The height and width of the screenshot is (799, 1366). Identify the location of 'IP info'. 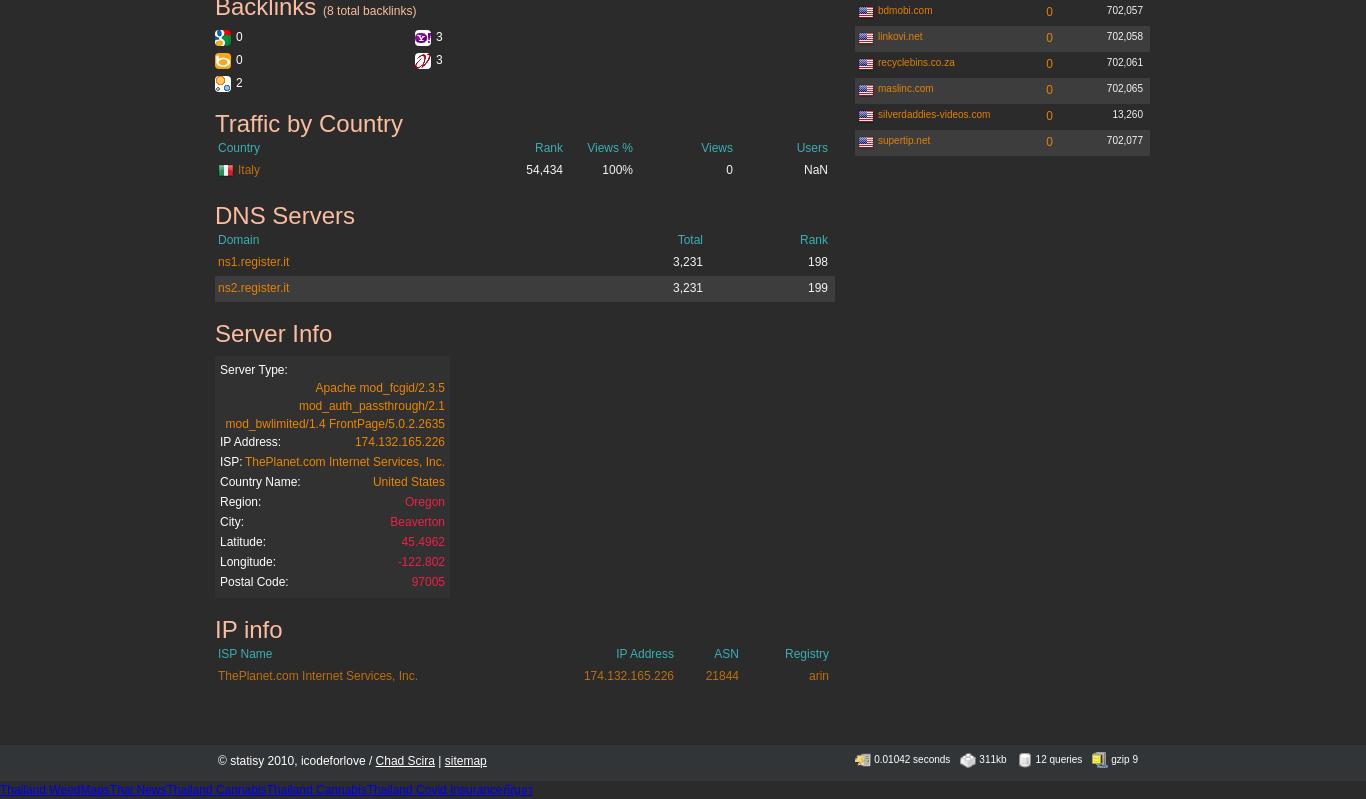
(214, 629).